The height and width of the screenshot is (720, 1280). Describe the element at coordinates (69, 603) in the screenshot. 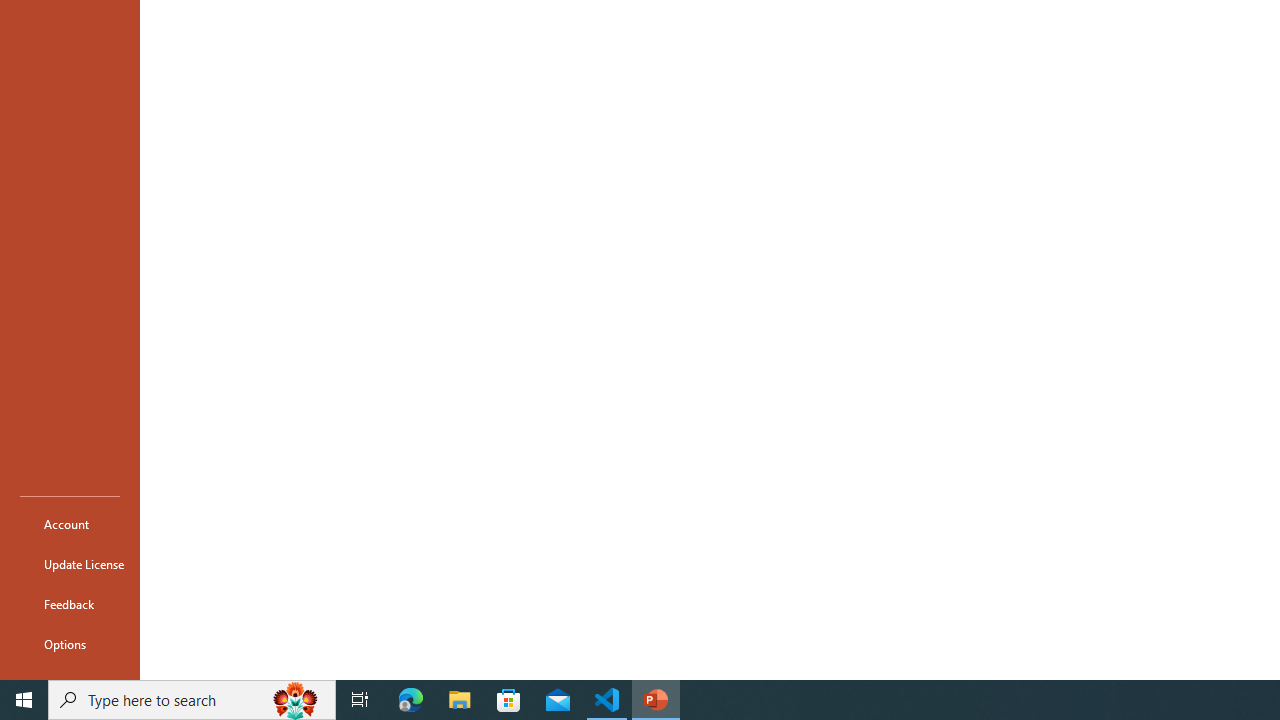

I see `'Feedback'` at that location.